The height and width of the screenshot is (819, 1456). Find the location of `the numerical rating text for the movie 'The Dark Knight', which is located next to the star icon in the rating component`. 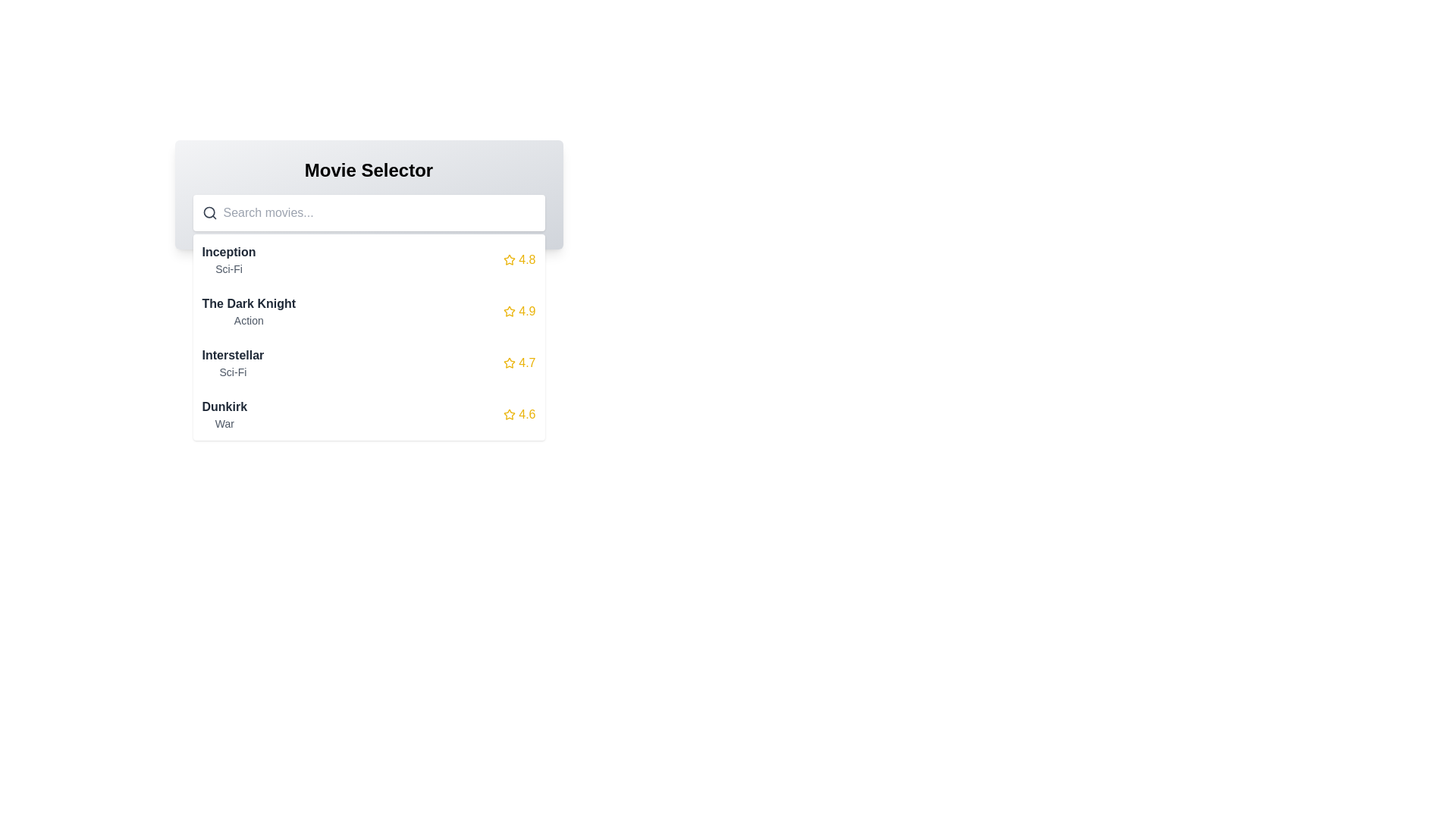

the numerical rating text for the movie 'The Dark Knight', which is located next to the star icon in the rating component is located at coordinates (527, 311).